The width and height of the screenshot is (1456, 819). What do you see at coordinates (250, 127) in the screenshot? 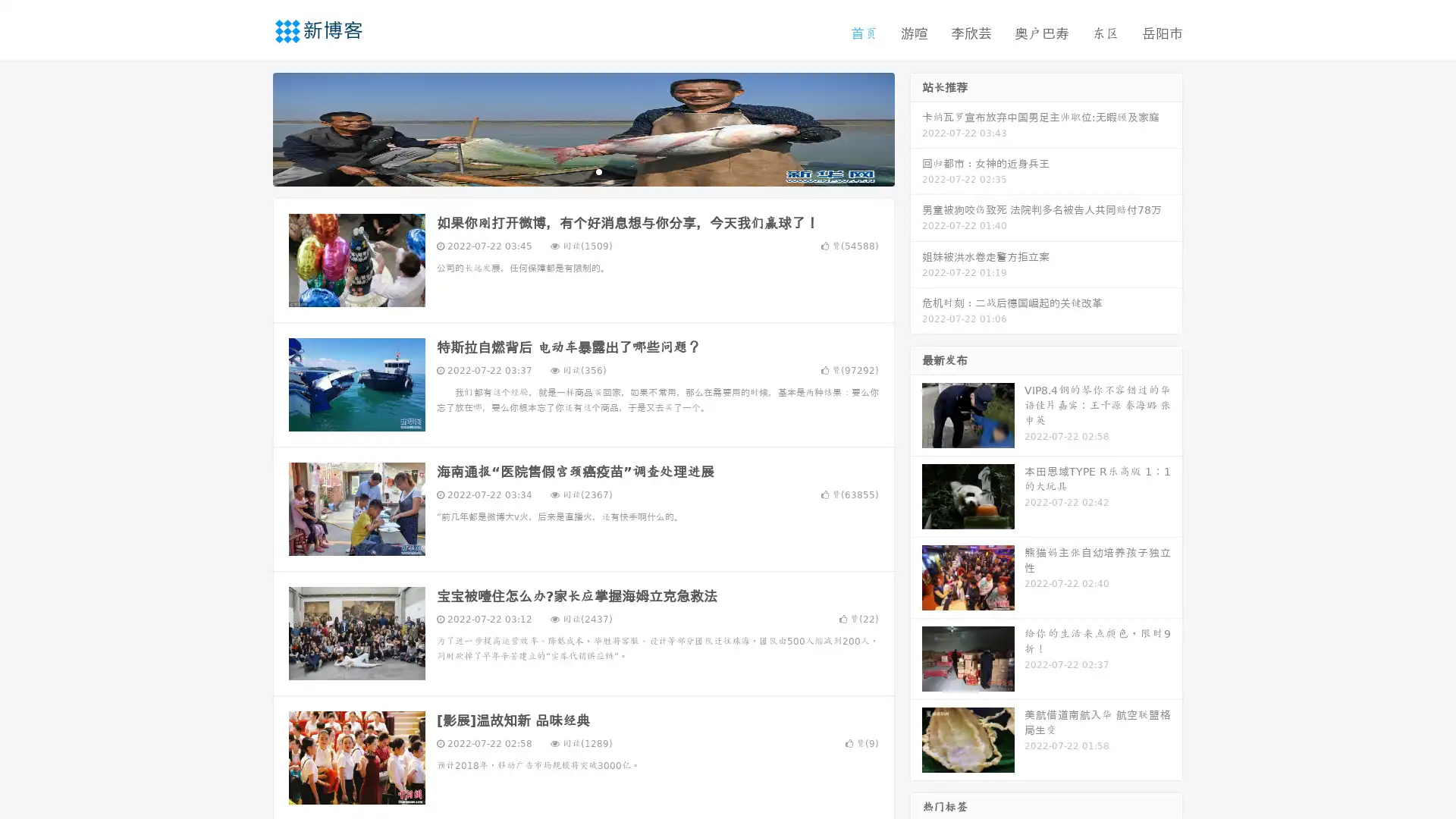
I see `Previous slide` at bounding box center [250, 127].